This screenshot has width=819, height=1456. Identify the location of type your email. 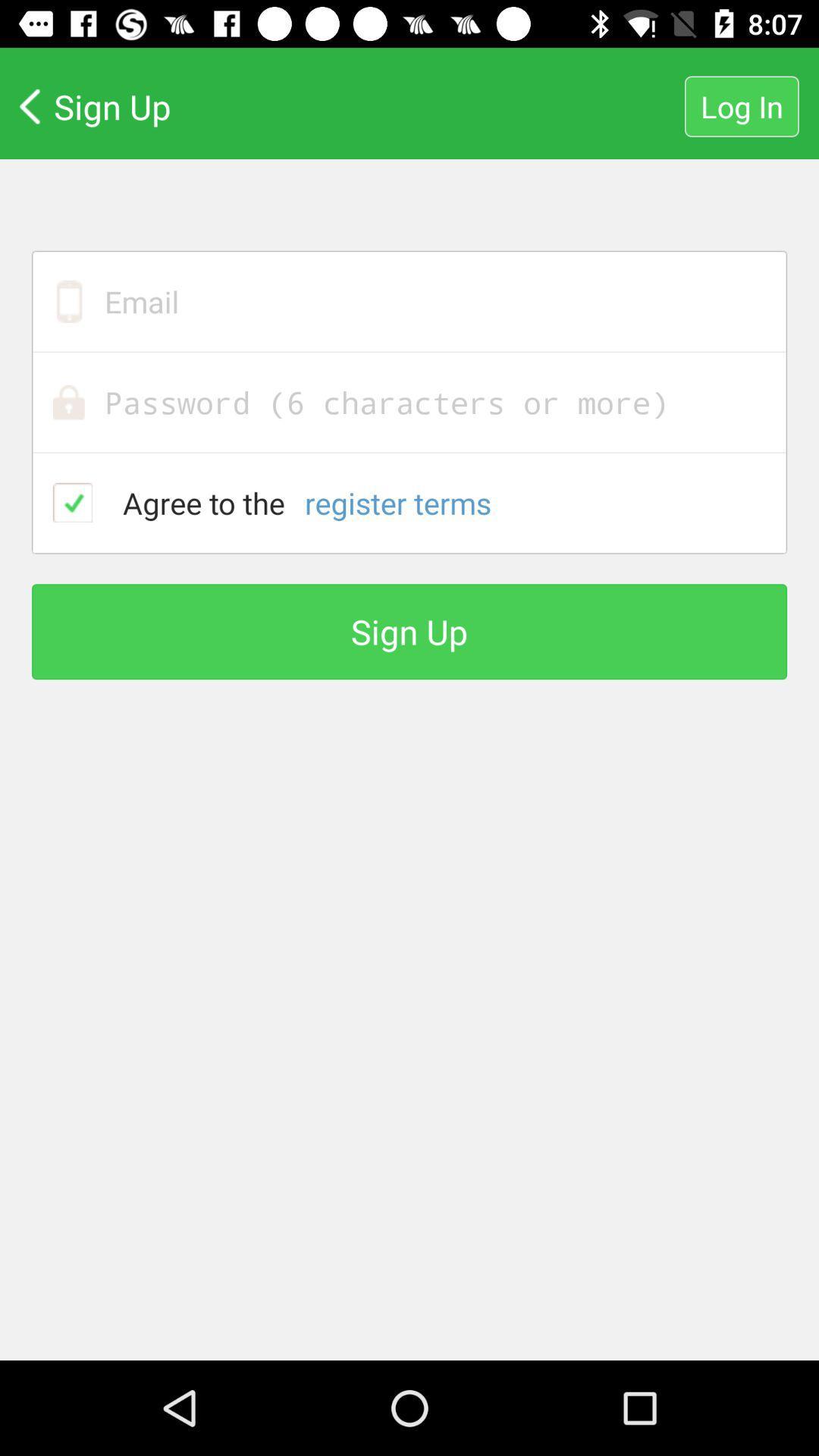
(409, 301).